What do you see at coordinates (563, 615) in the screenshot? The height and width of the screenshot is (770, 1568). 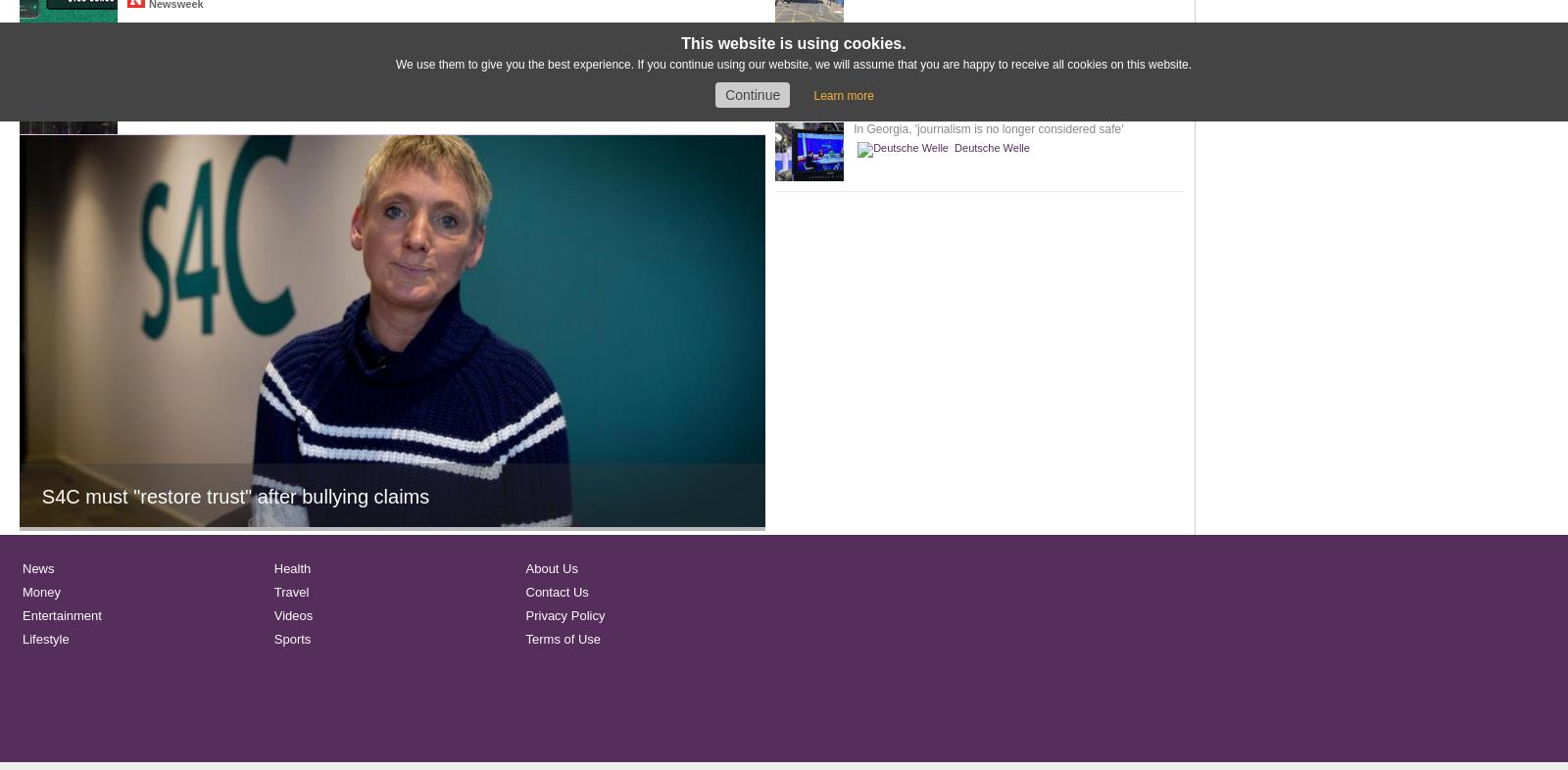 I see `'Privacy Policy'` at bounding box center [563, 615].